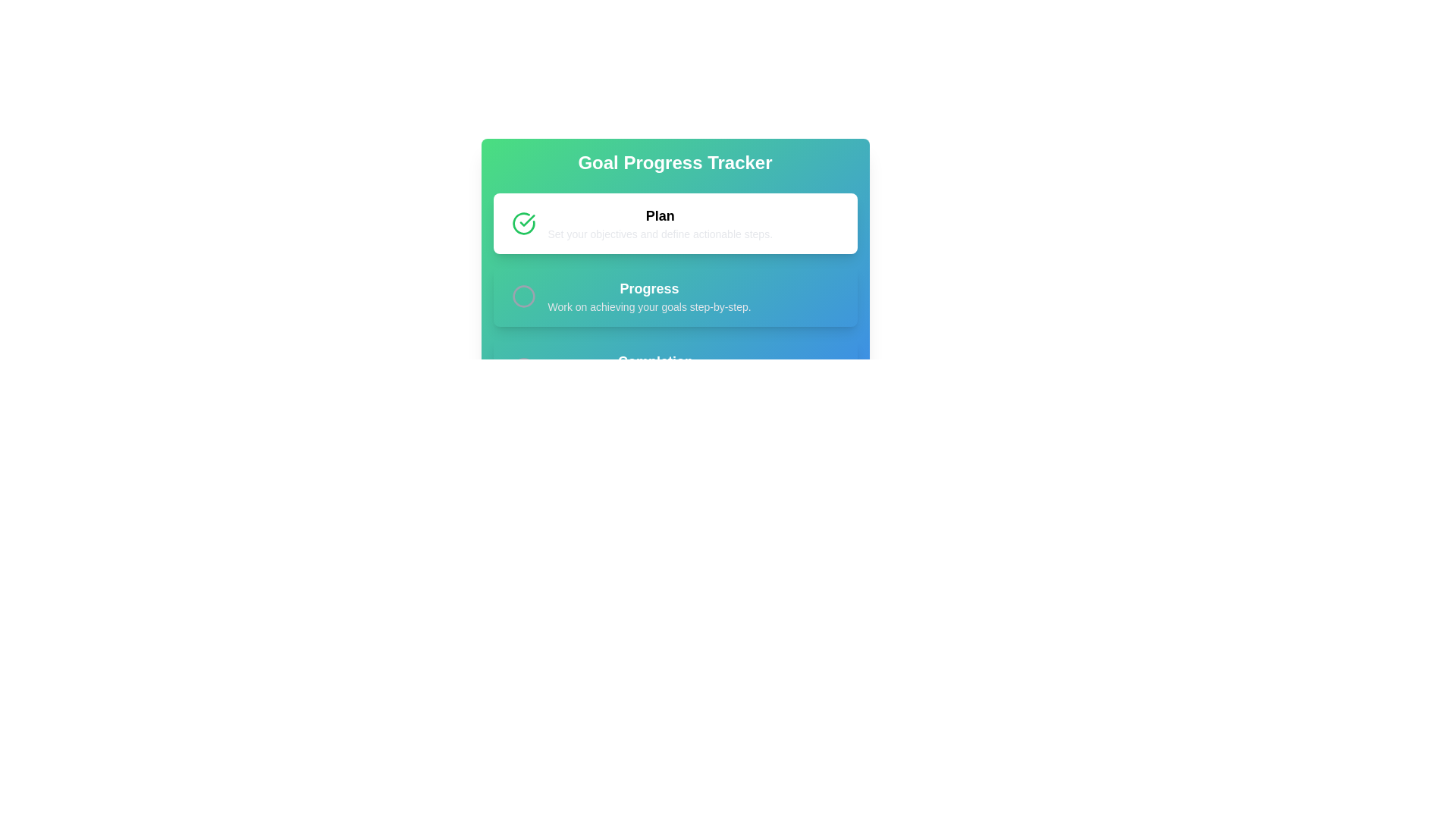 The image size is (1456, 819). I want to click on the Text Block labeled 'Plan', which provides descriptive information about planning objectives and steps, so click(660, 223).